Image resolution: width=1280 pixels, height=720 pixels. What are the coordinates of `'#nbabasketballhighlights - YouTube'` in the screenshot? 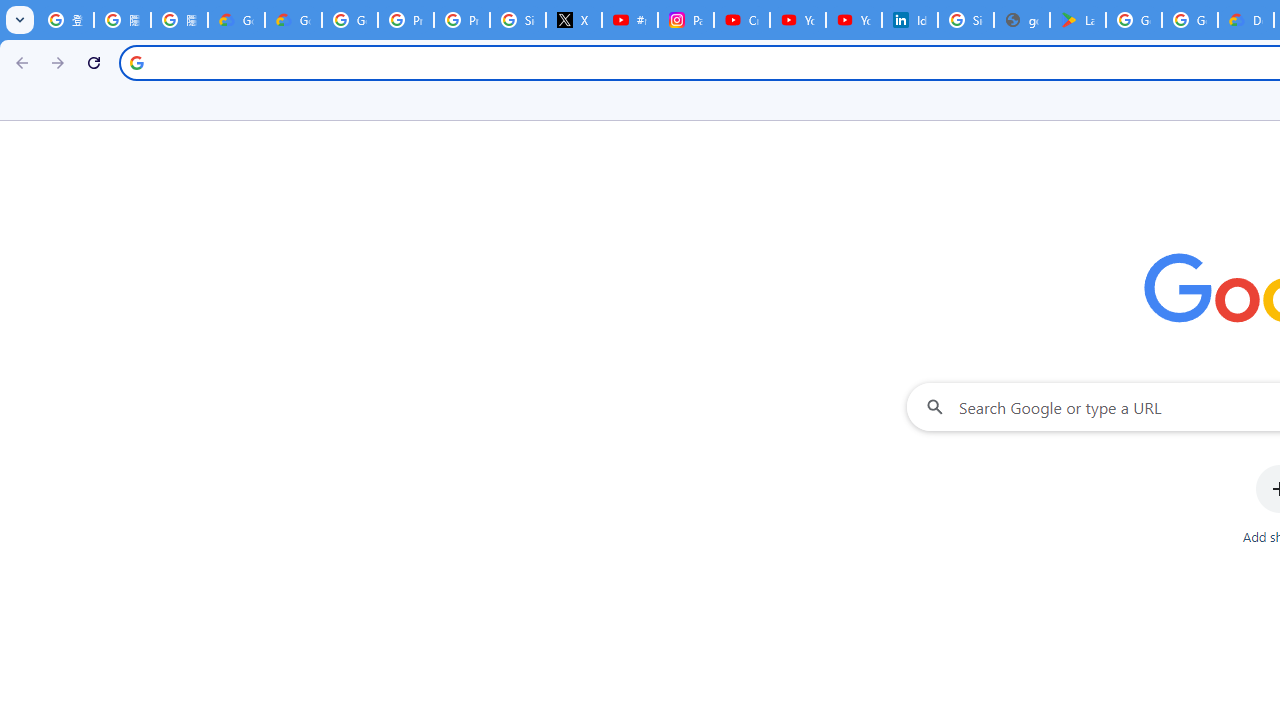 It's located at (628, 20).